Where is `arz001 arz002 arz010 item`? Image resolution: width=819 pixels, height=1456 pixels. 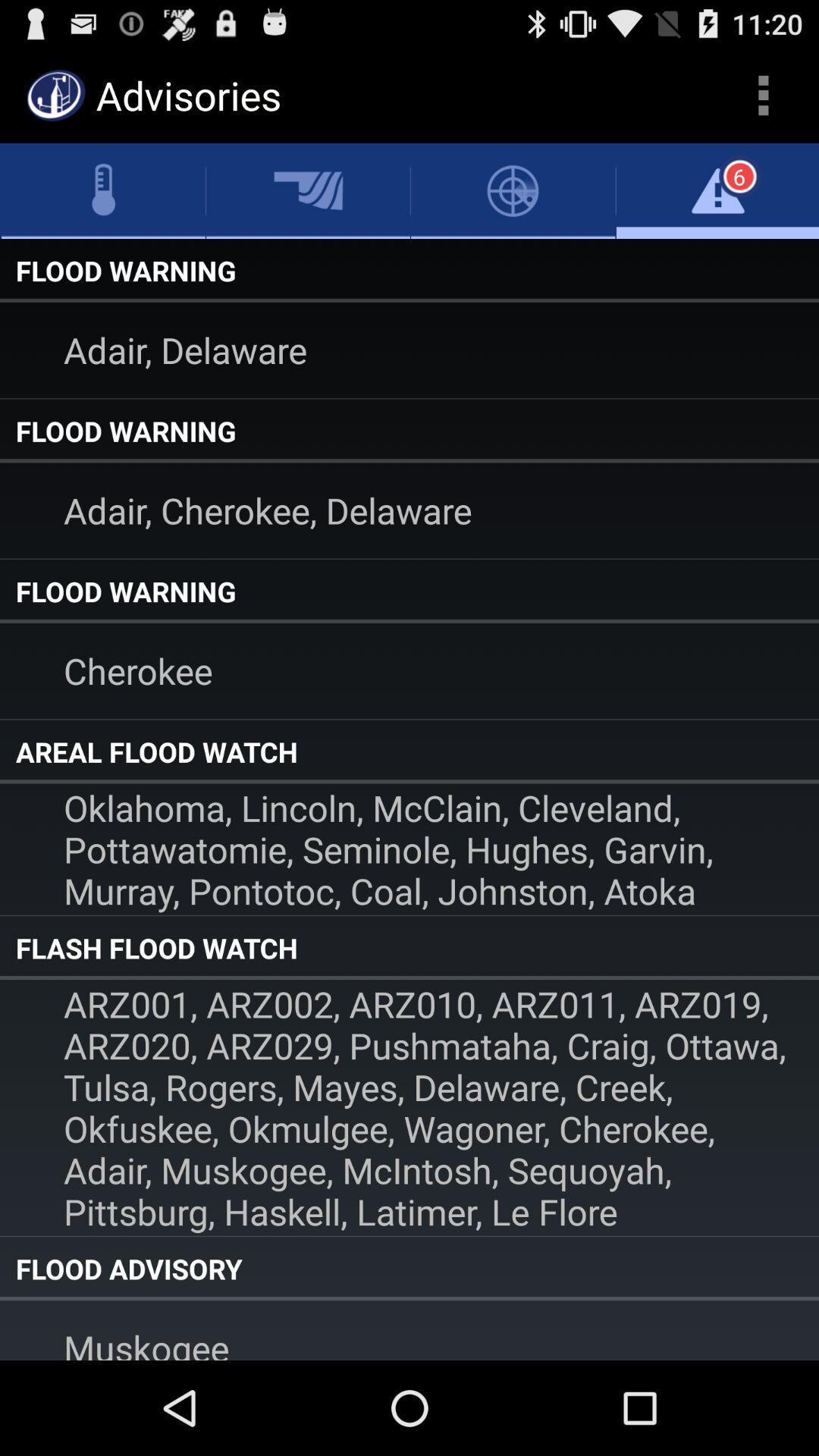
arz001 arz002 arz010 item is located at coordinates (409, 1107).